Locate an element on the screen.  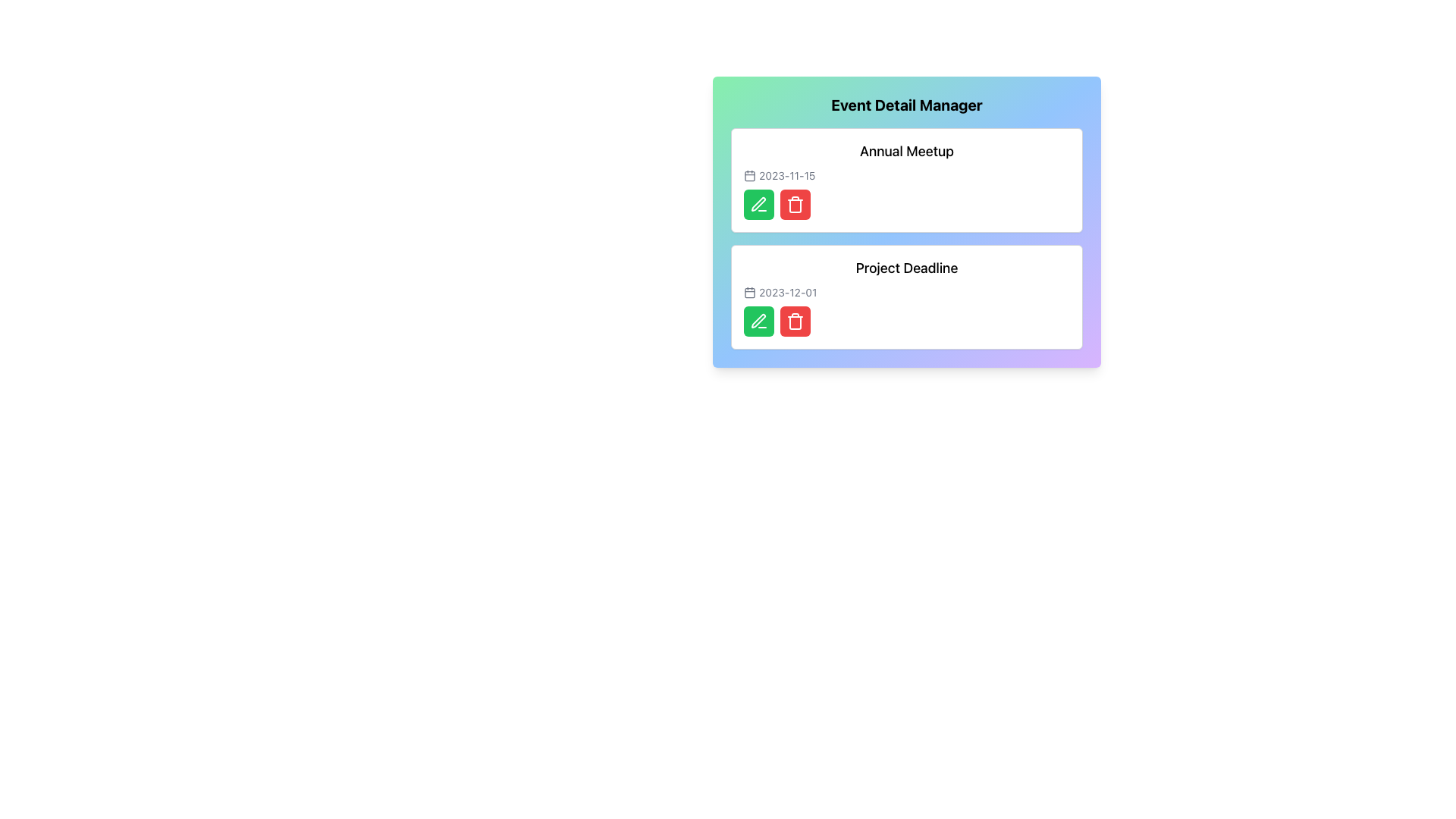
the pen icon within the green button is located at coordinates (759, 205).